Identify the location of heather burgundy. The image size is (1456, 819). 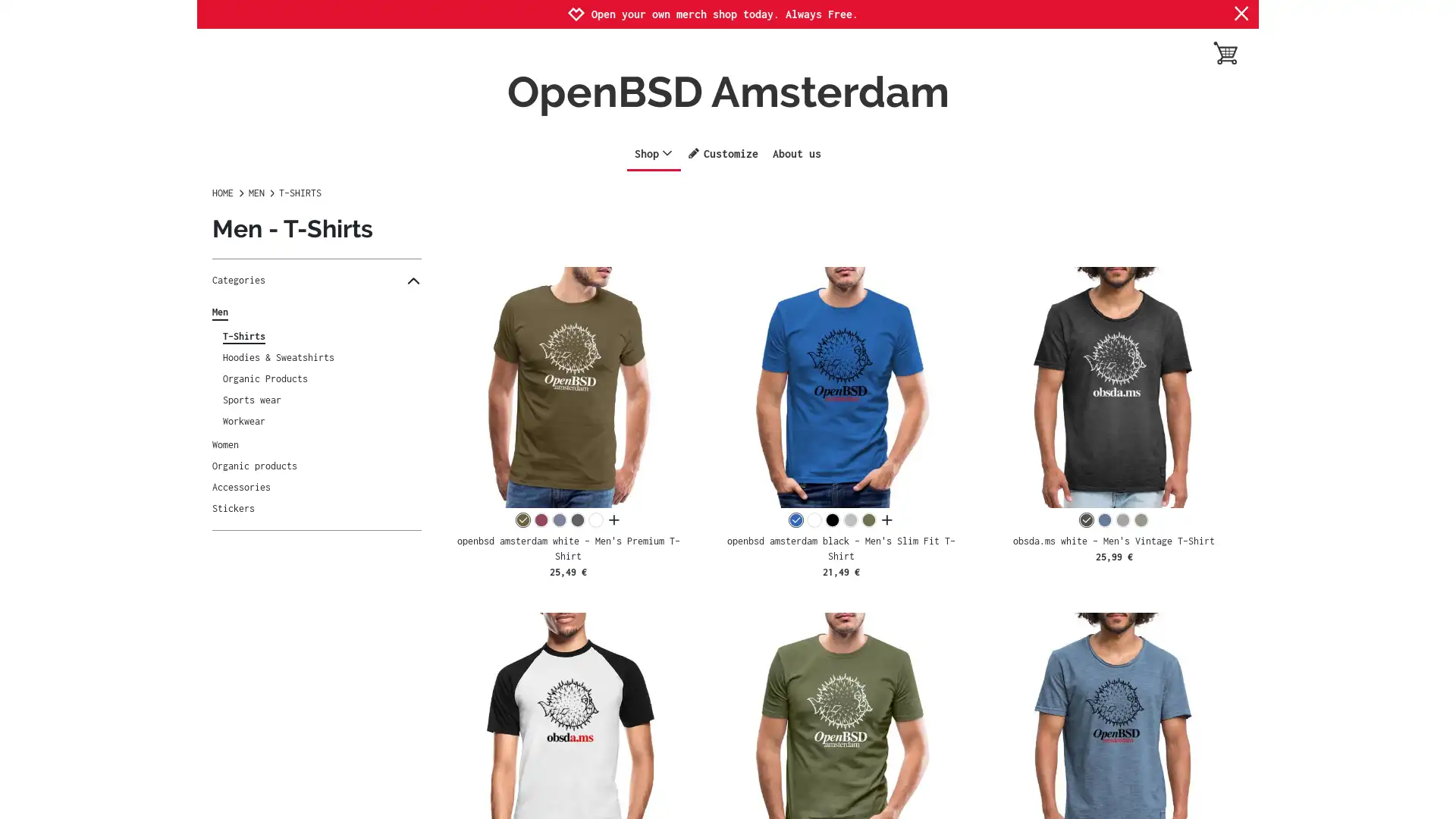
(541, 519).